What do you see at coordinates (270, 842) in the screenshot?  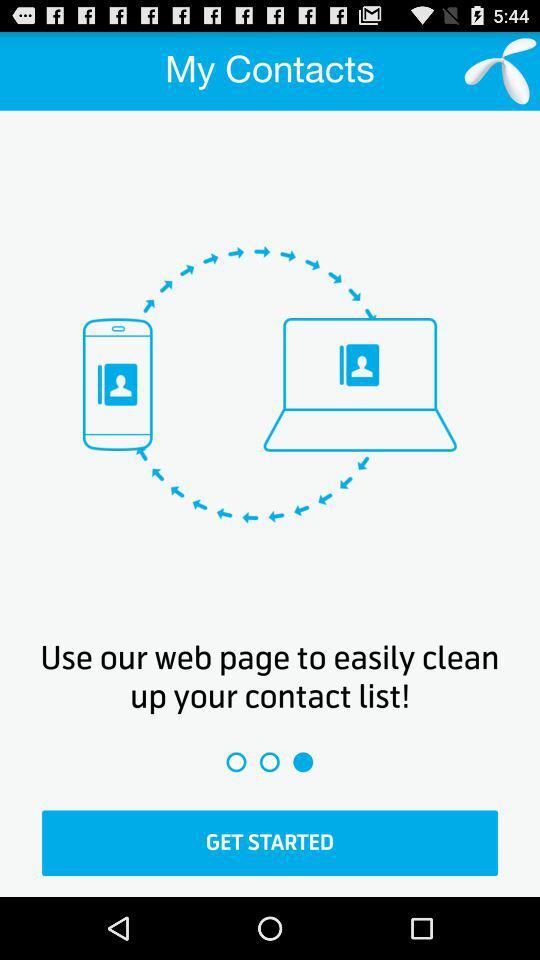 I see `get started icon` at bounding box center [270, 842].